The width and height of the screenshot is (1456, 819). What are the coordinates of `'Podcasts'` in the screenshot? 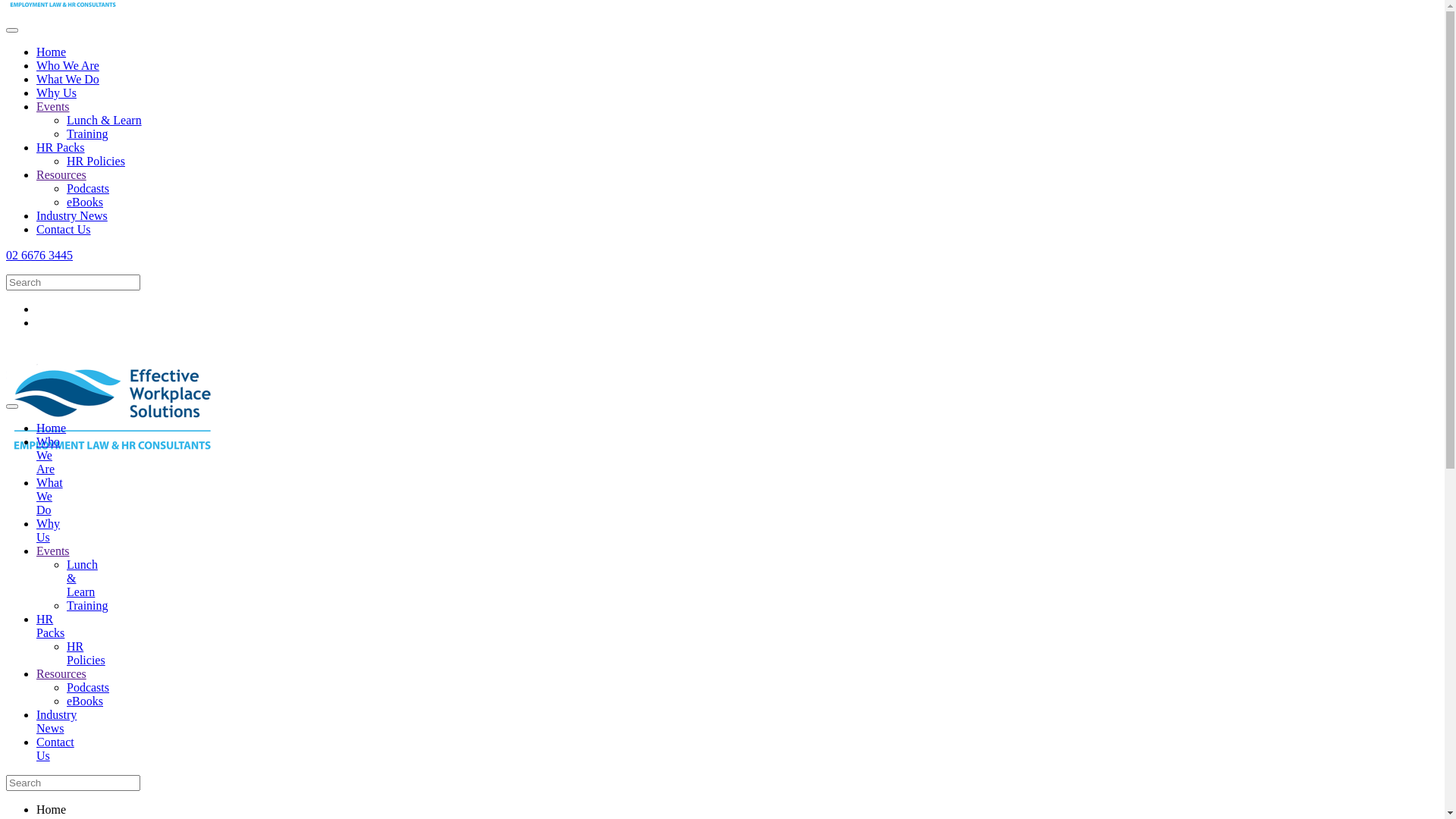 It's located at (86, 187).